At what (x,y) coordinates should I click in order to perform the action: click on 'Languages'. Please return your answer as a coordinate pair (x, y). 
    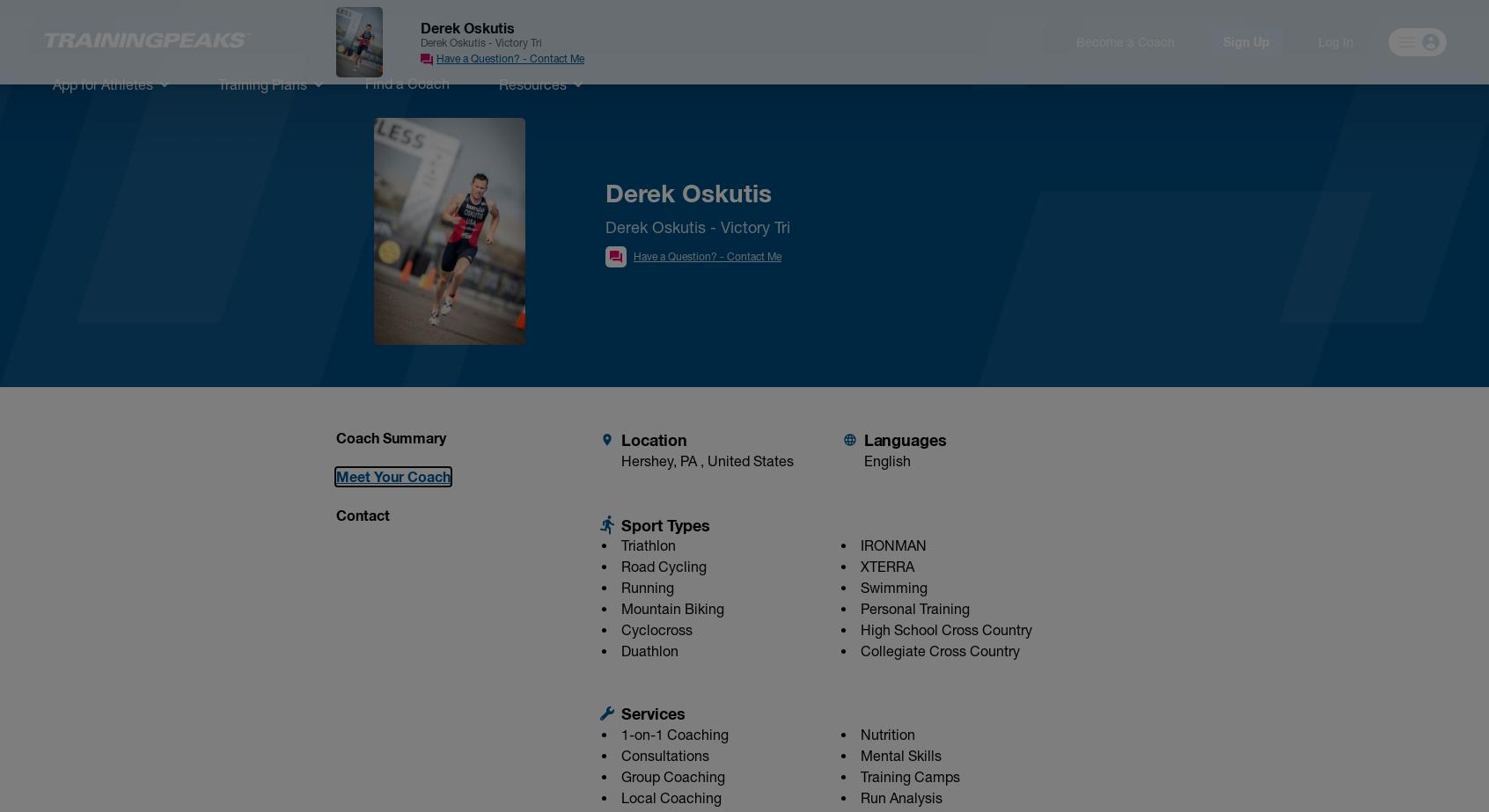
    Looking at the image, I should click on (904, 437).